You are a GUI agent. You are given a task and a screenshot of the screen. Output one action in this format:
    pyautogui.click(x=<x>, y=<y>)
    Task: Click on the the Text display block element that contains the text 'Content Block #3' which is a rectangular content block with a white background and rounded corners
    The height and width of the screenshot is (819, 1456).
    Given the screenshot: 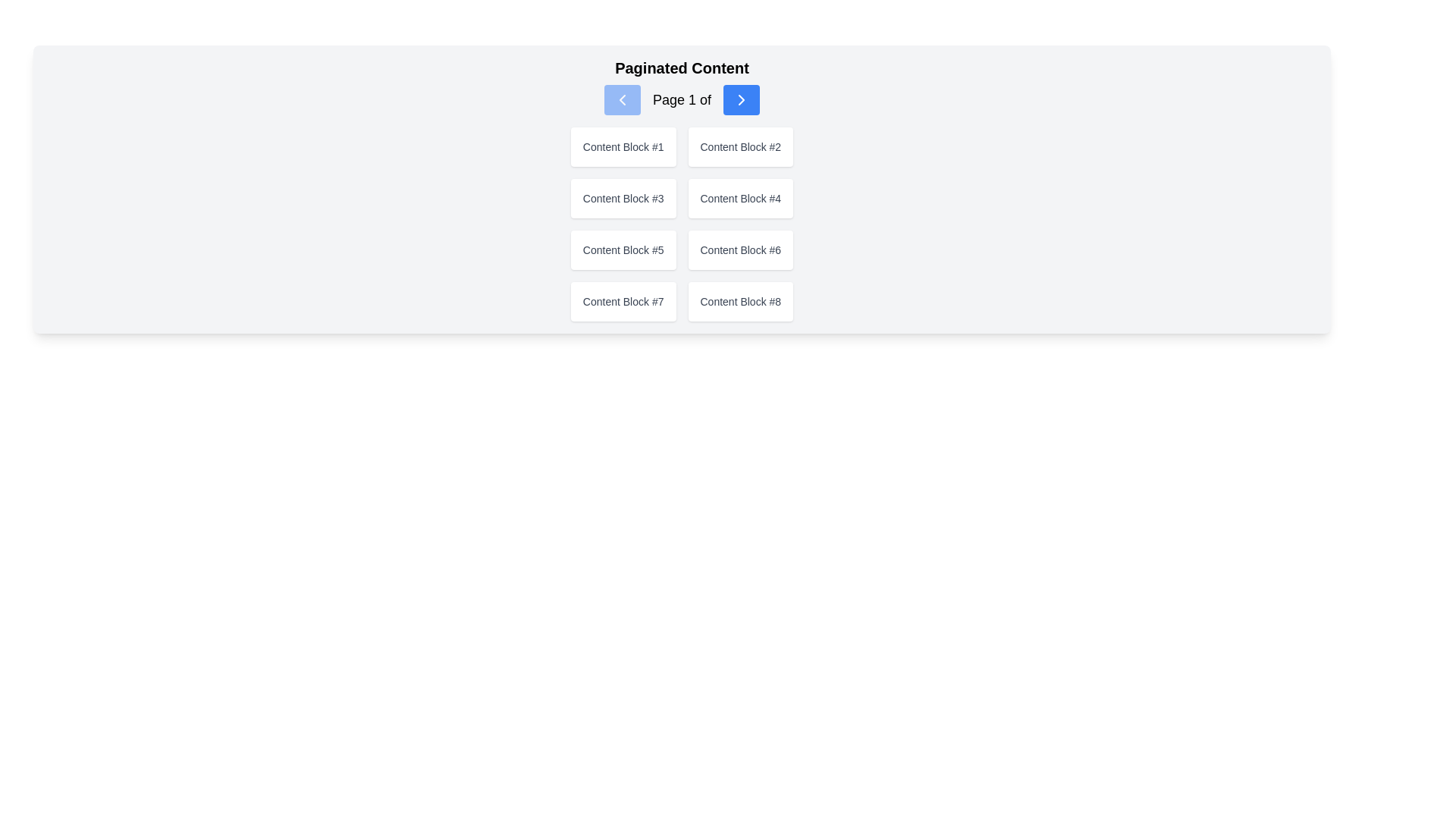 What is the action you would take?
    pyautogui.click(x=623, y=198)
    